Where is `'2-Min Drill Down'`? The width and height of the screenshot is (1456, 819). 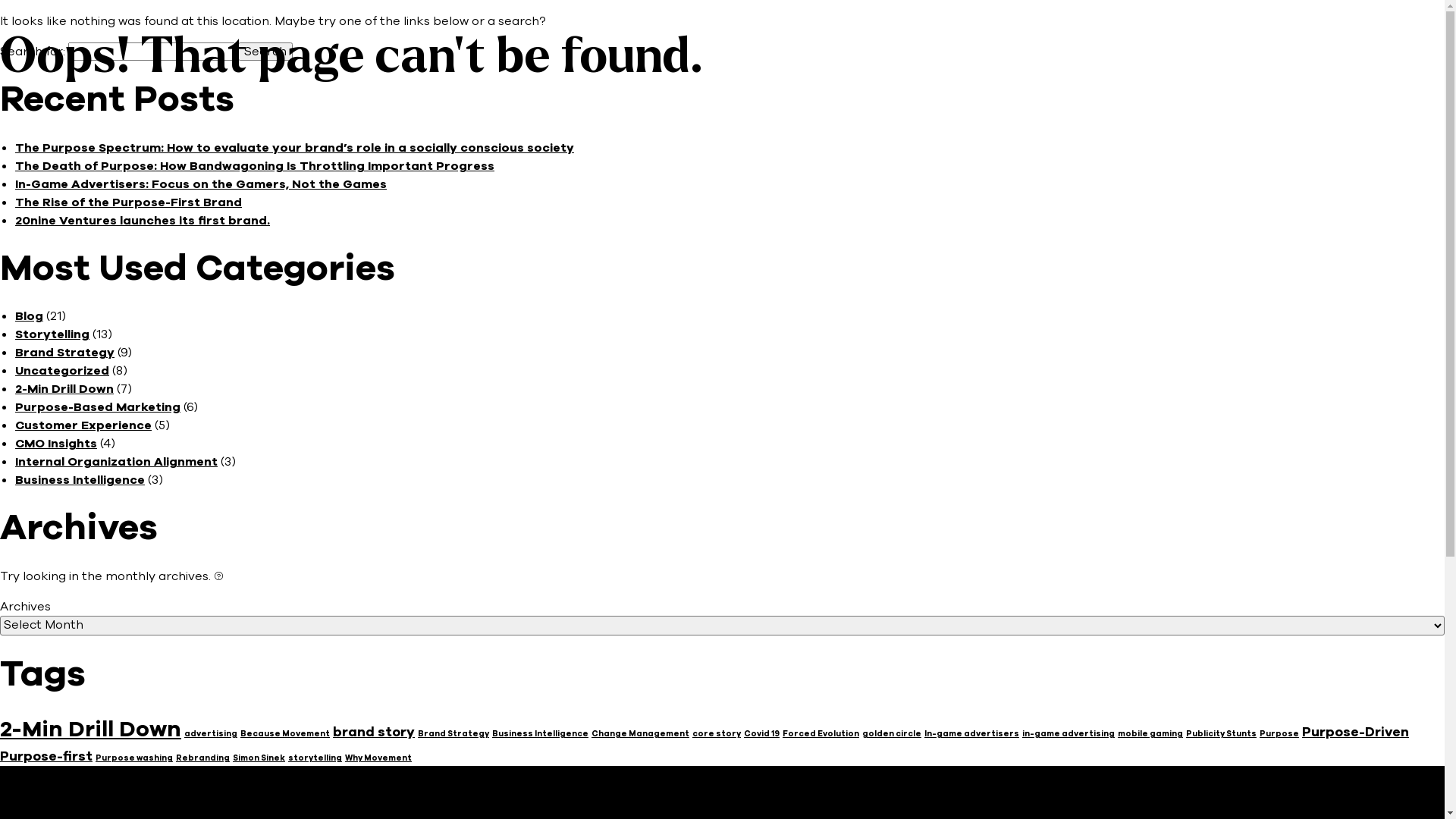 '2-Min Drill Down' is located at coordinates (64, 388).